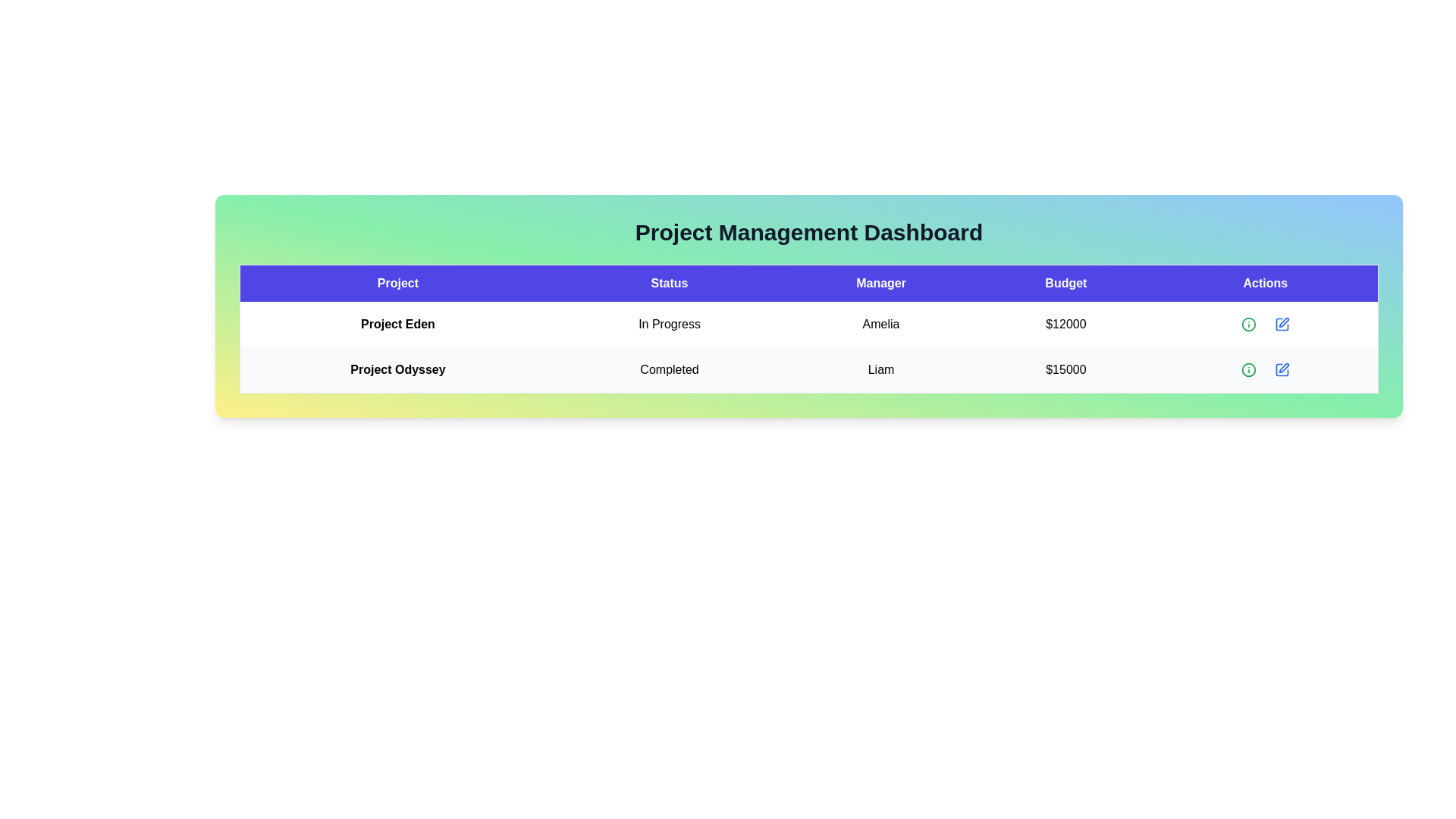  Describe the element at coordinates (1281, 370) in the screenshot. I see `the pen icon inside the rounded button located in the 'Actions' column of the second row of the table` at that location.